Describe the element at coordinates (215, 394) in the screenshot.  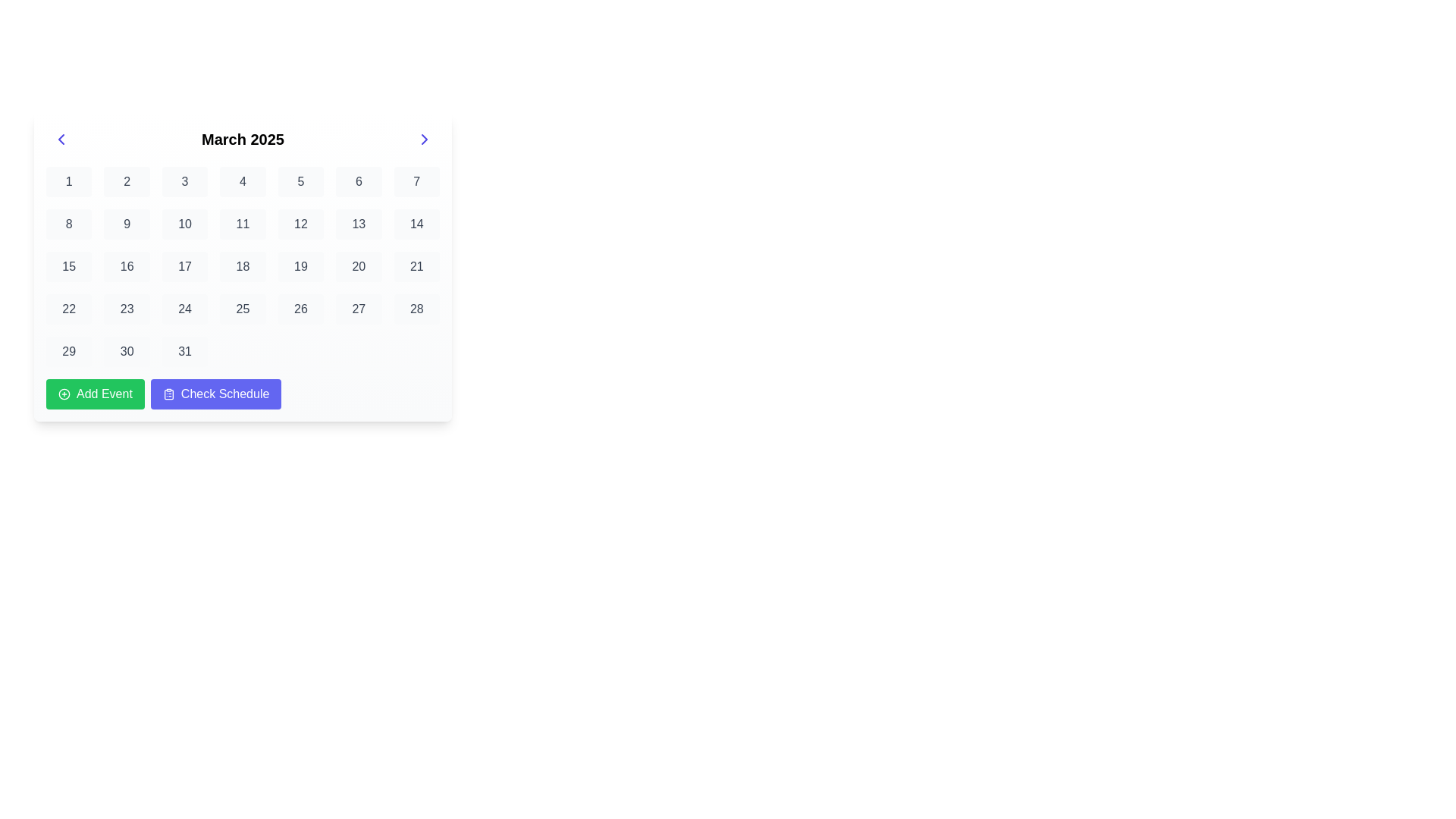
I see `the 'Access Schedule' button, which is the second button in a horizontal layout below the calendar interface, positioned immediately to the right of the green 'Add Event' button` at that location.